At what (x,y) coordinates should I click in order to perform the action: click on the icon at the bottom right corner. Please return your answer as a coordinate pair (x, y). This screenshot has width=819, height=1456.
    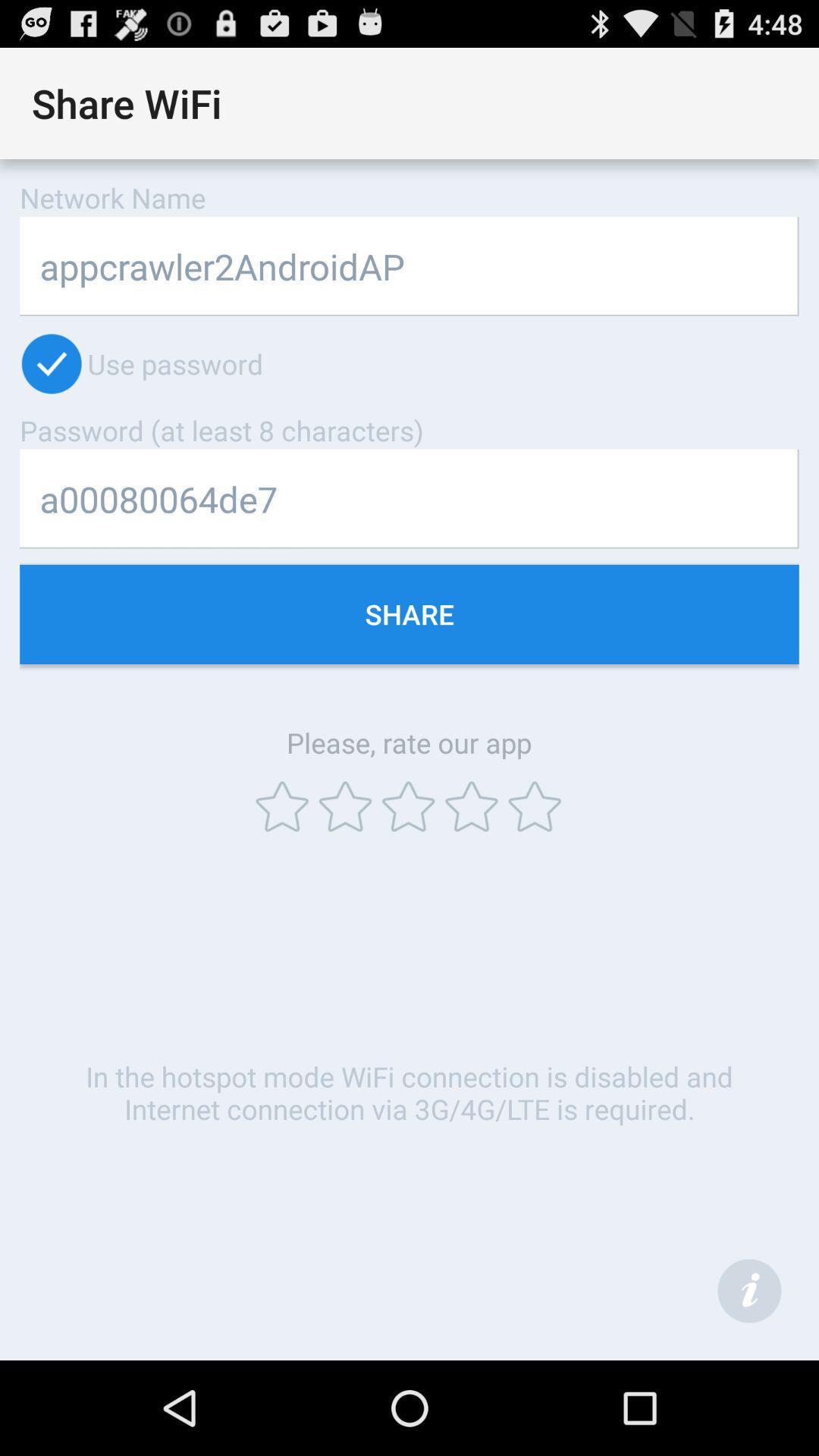
    Looking at the image, I should click on (748, 1290).